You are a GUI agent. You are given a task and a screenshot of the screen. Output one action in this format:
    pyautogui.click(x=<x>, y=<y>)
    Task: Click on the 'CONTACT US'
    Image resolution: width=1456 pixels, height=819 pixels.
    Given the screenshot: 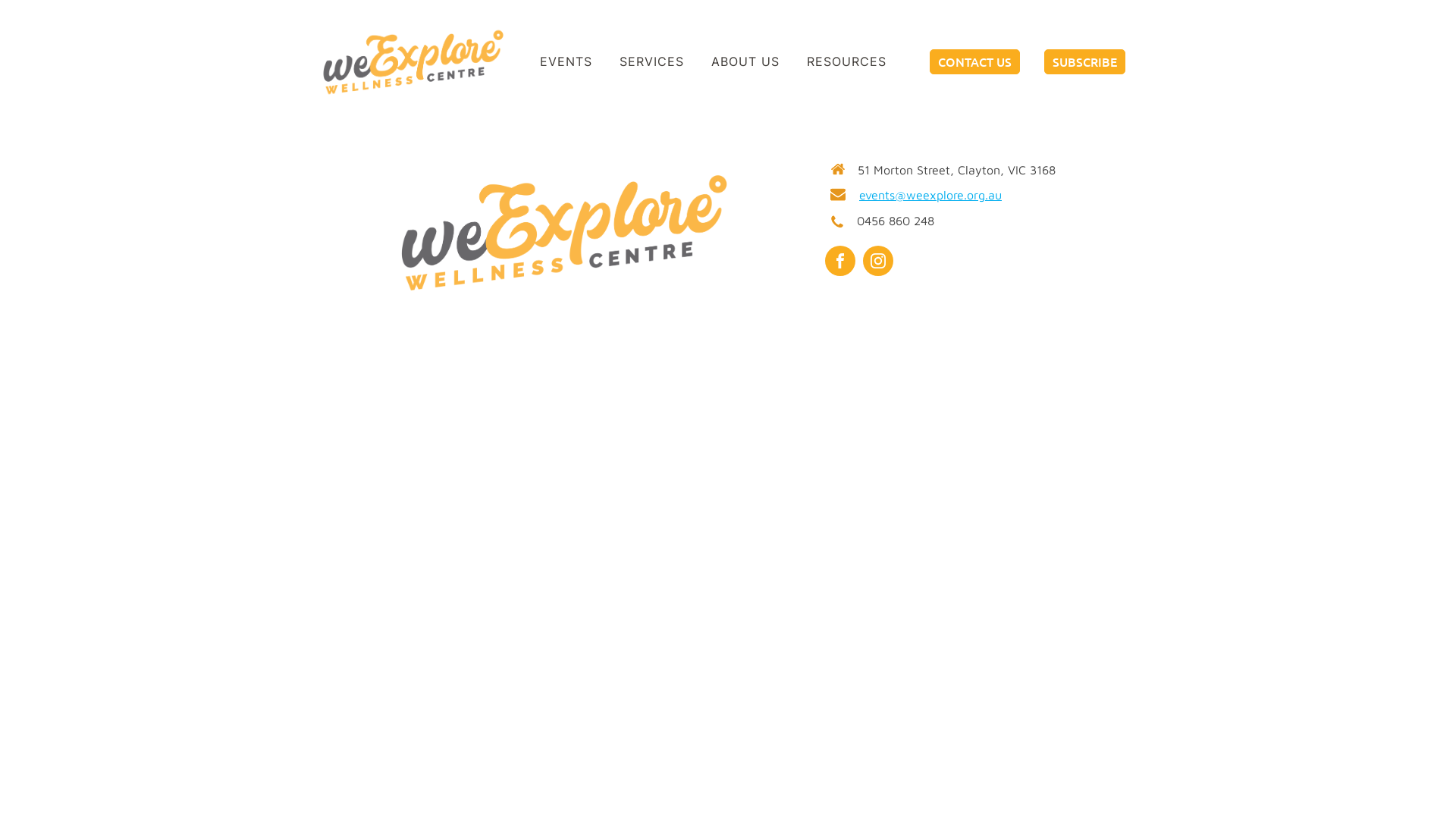 What is the action you would take?
    pyautogui.click(x=928, y=61)
    